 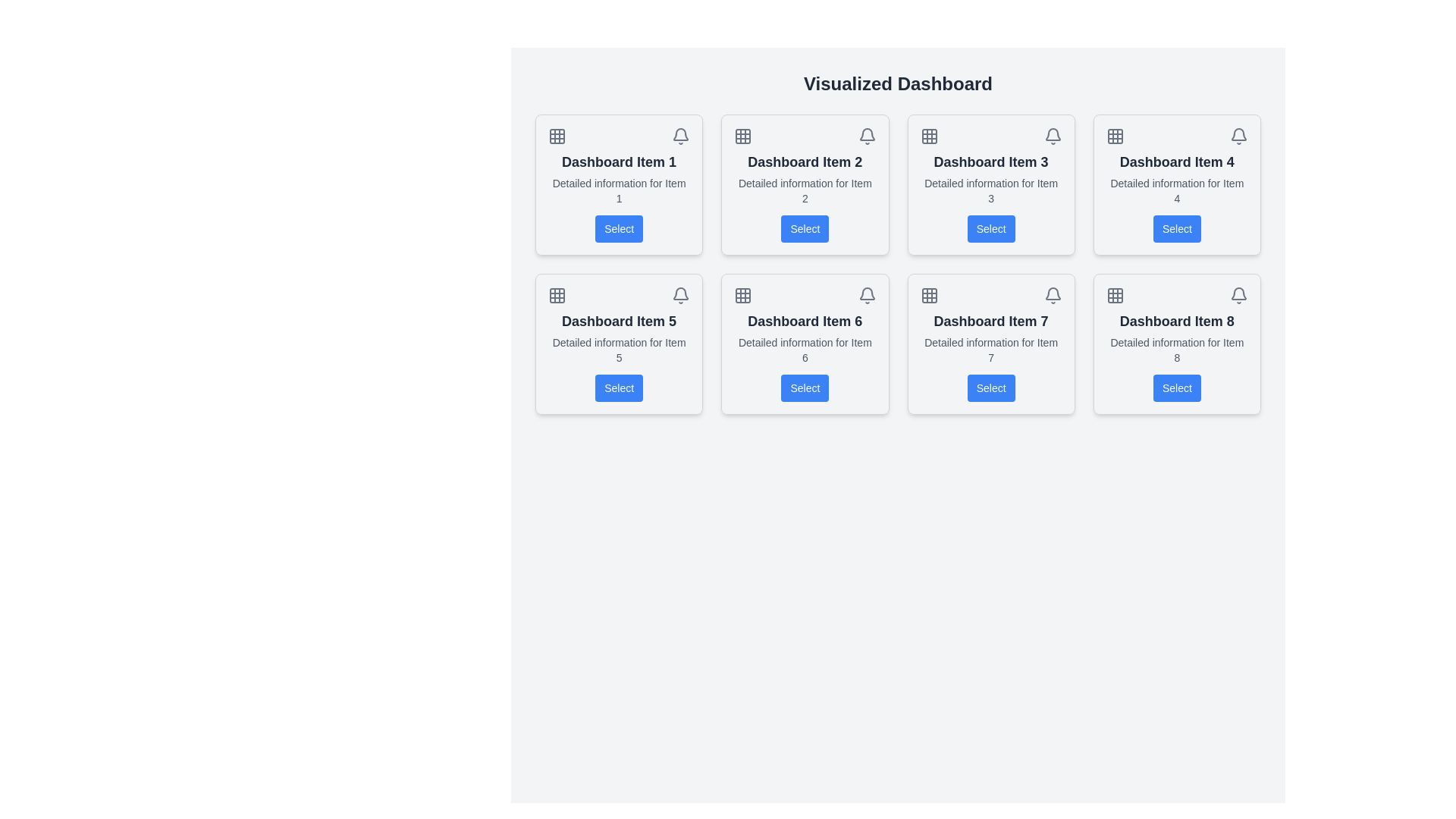 I want to click on the button located at the bottom of the card titled 'Dashboard Item 1', so click(x=619, y=228).